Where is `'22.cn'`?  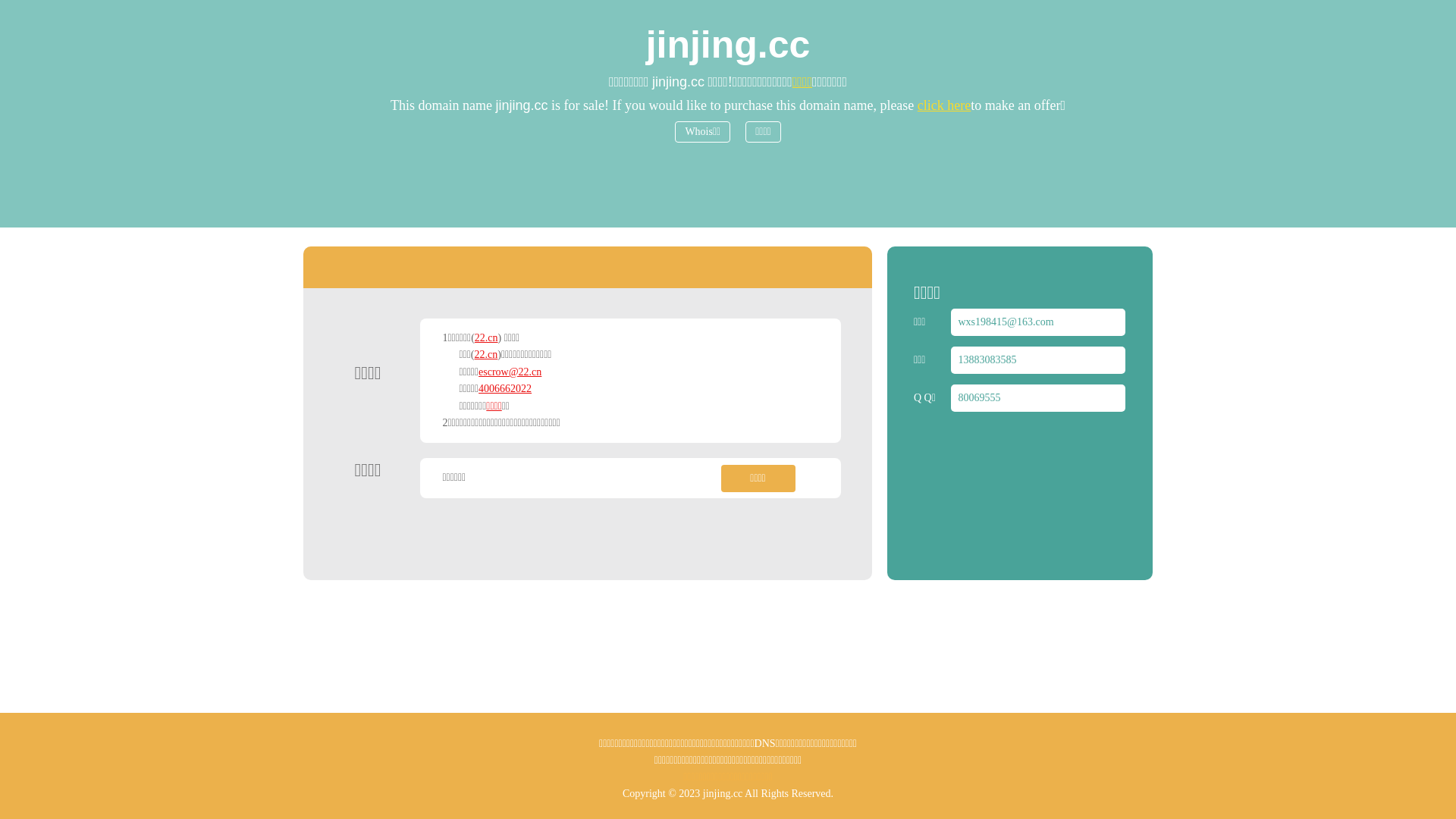 '22.cn' is located at coordinates (473, 337).